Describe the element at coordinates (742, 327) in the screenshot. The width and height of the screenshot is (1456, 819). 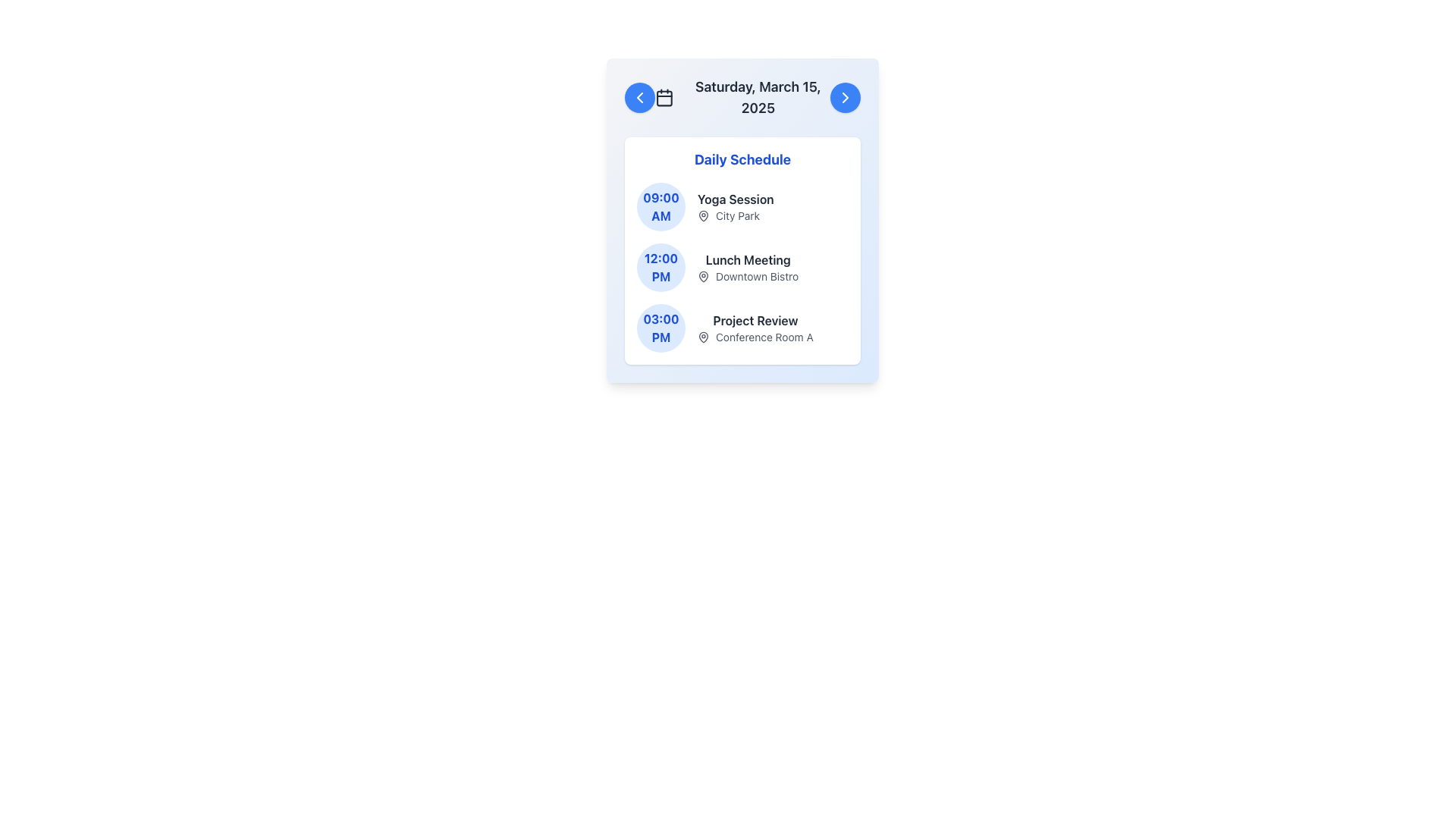
I see `the third list item in the schedule, which indicates a scheduled event` at that location.